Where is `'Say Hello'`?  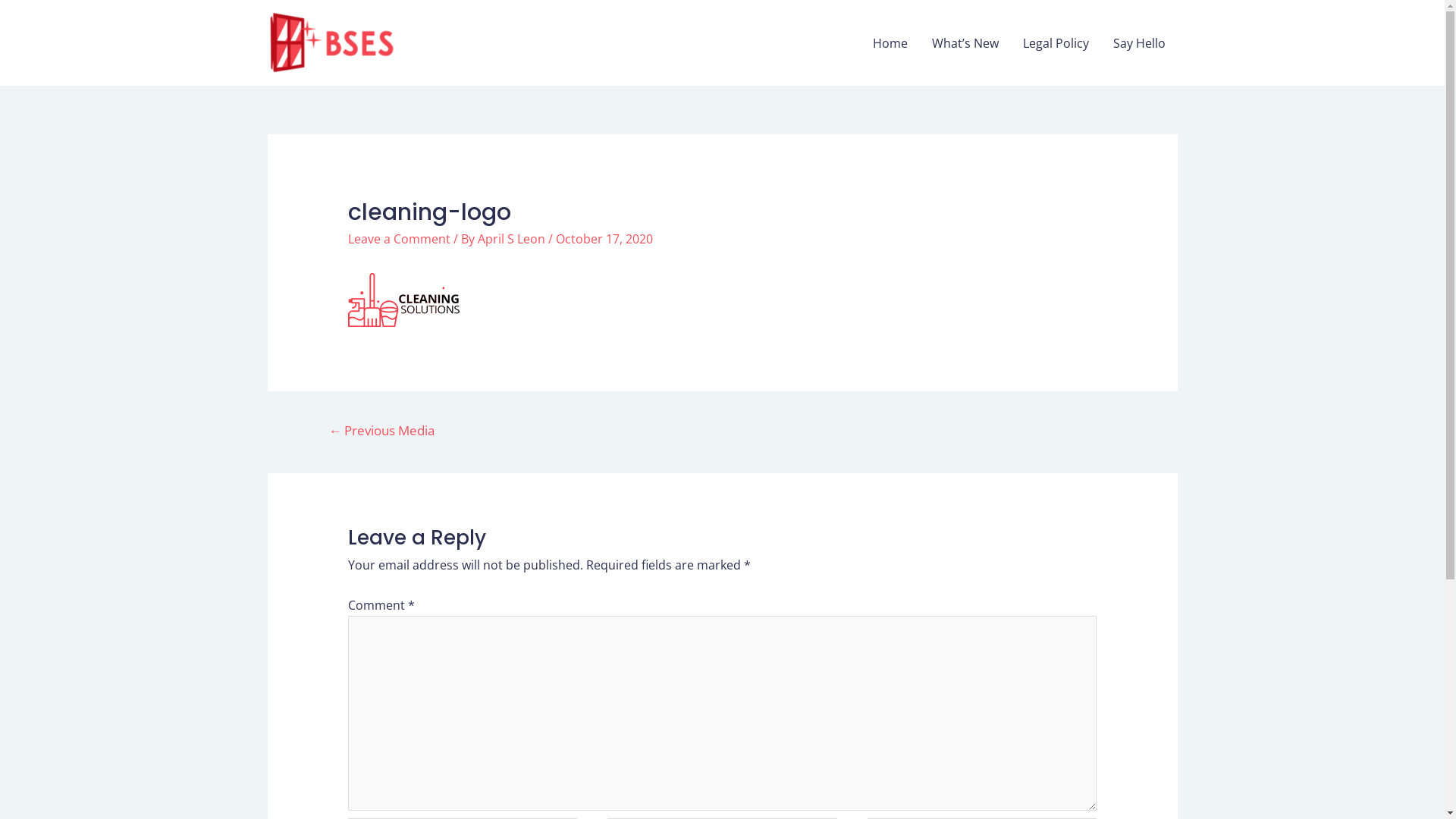
'Say Hello' is located at coordinates (1139, 42).